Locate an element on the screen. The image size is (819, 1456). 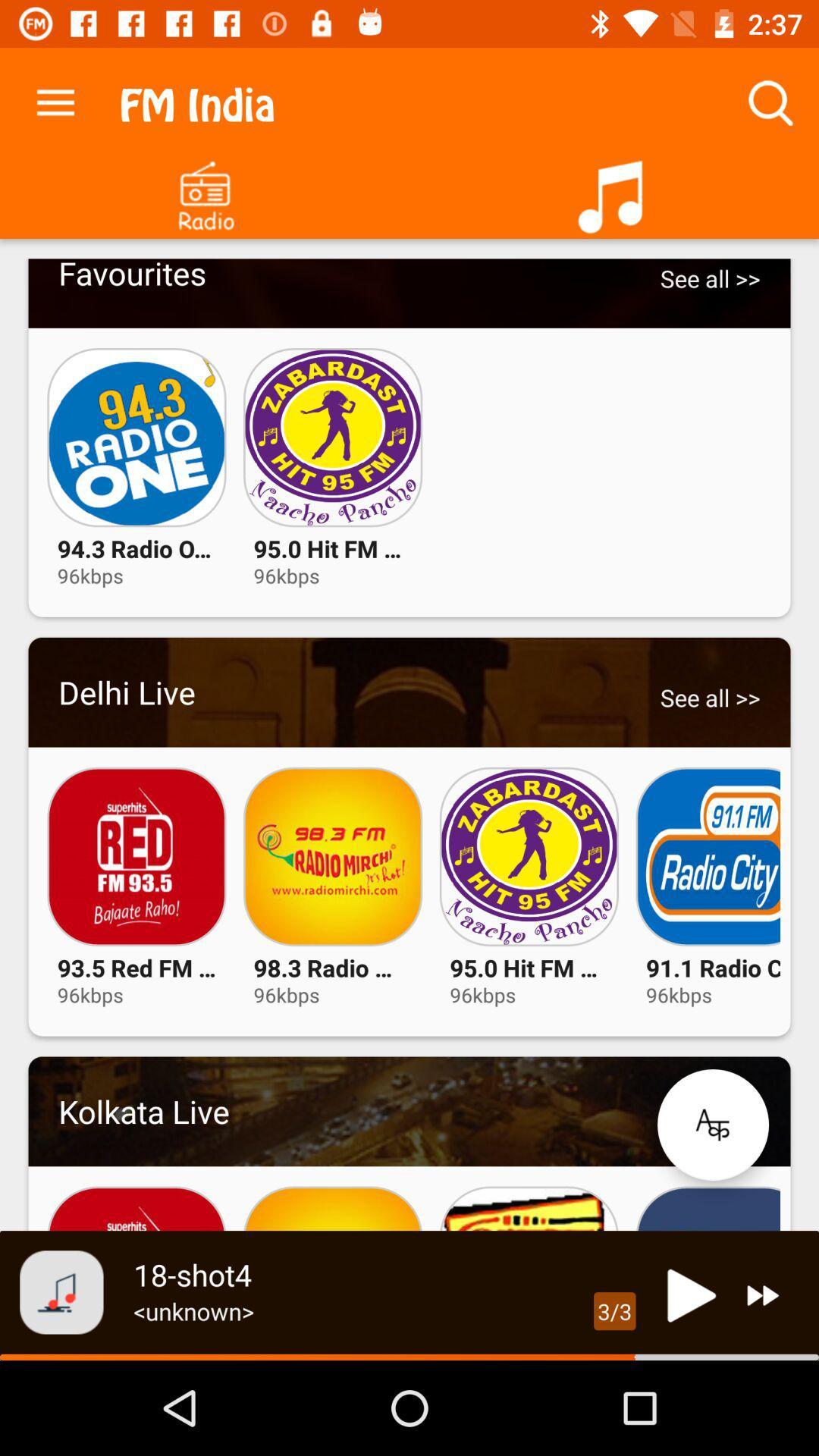
the av_forward icon is located at coordinates (763, 1294).